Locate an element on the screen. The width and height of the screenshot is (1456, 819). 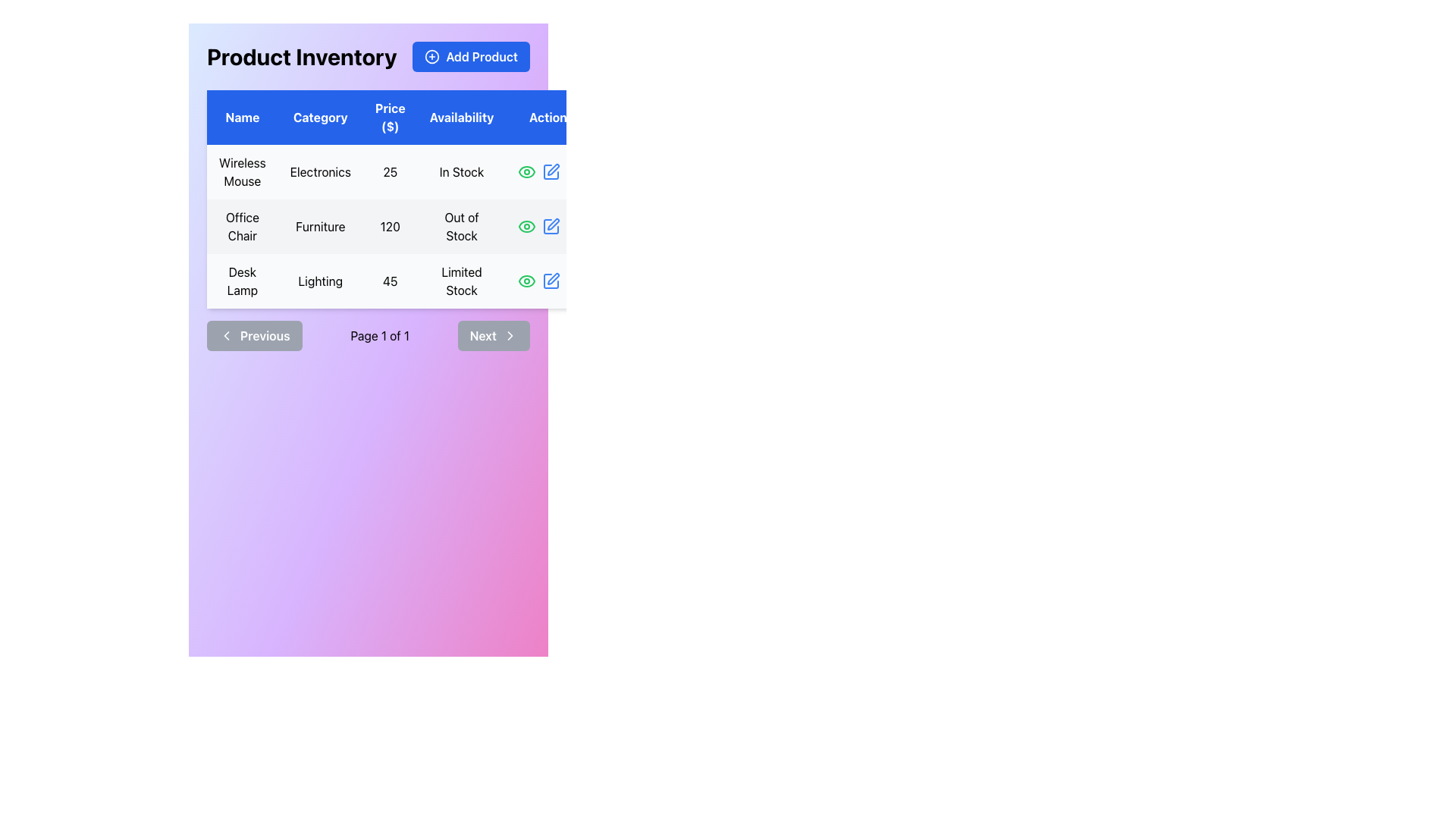
the Text Label that indicates the category column in the inventory table, which is located between the 'Name' column and the 'Price ($)' column in the header row is located at coordinates (319, 116).